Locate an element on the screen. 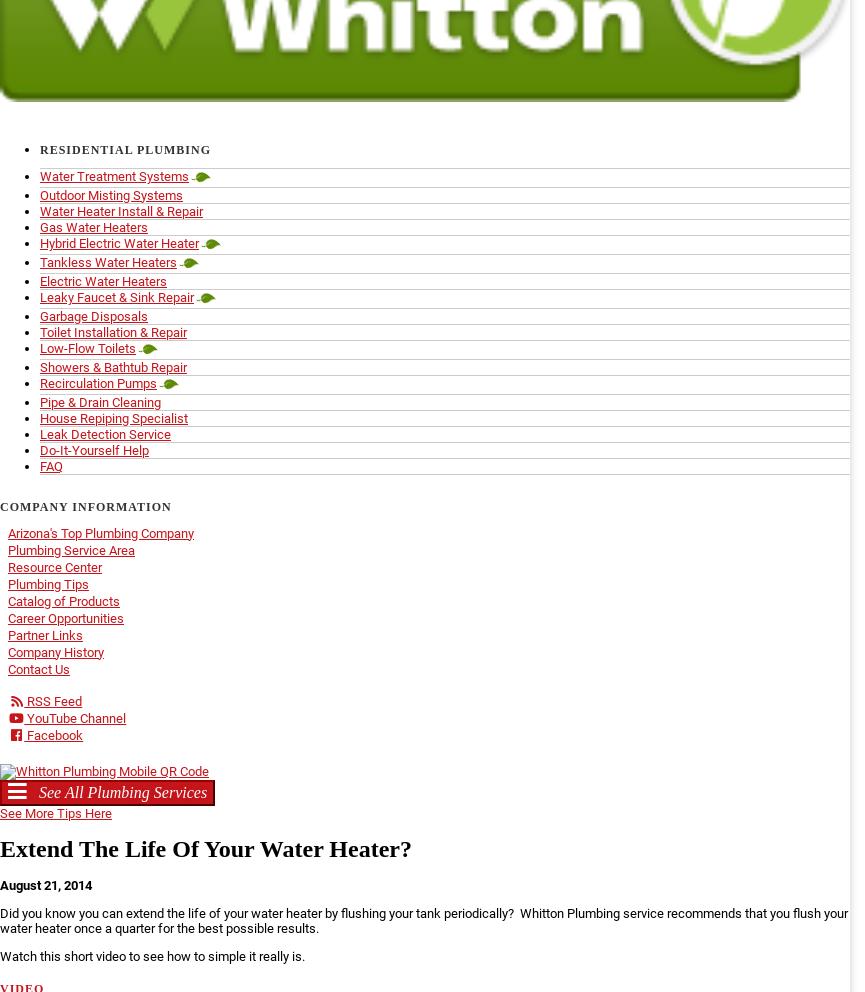 This screenshot has height=992, width=865. 'Recirculation Pumps' is located at coordinates (98, 383).